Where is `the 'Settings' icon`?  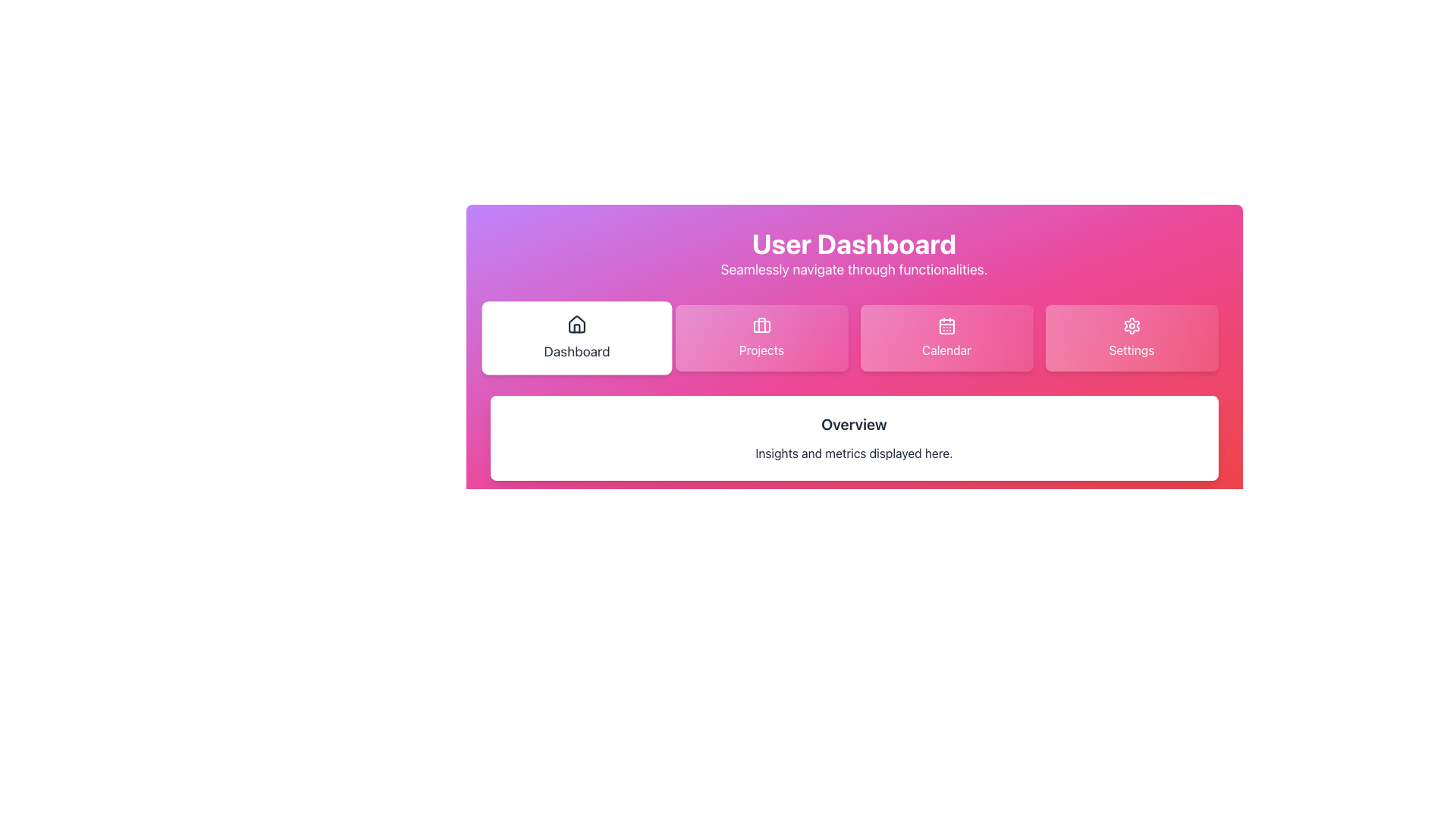 the 'Settings' icon is located at coordinates (1131, 325).